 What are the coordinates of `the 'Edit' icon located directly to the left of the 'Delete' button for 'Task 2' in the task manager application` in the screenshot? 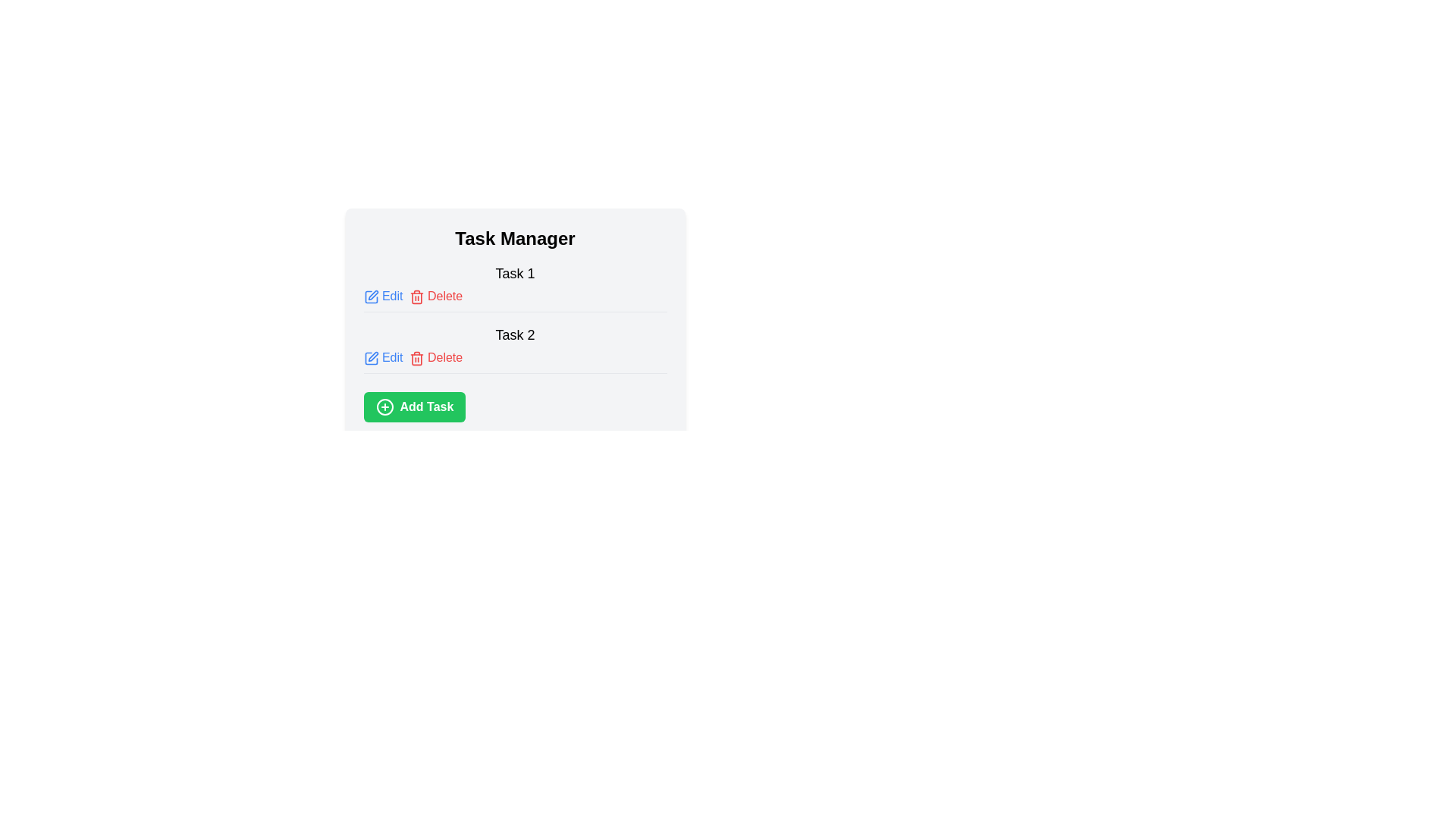 It's located at (371, 358).